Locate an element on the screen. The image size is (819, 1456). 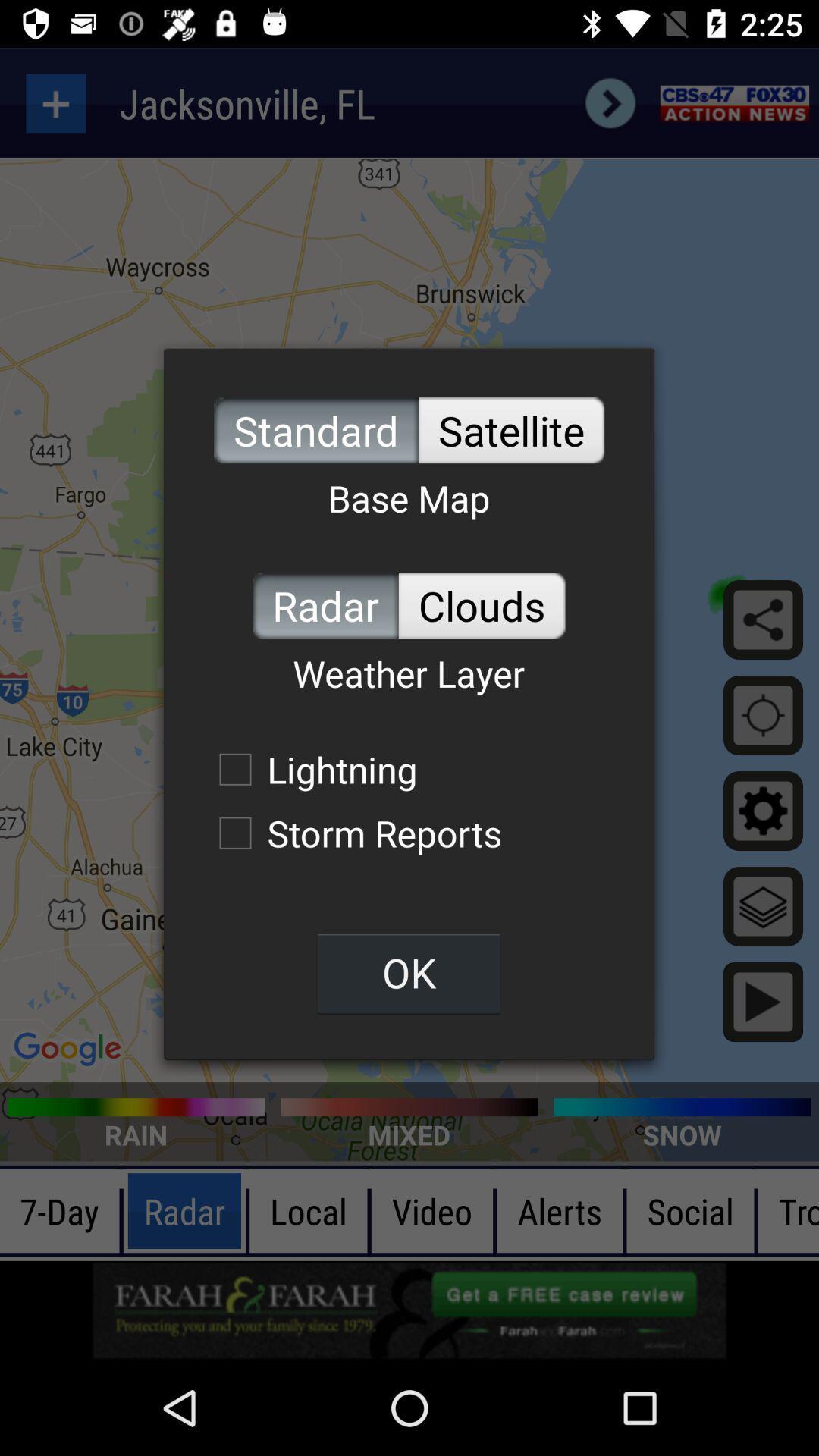
the item next to clouds icon is located at coordinates (325, 604).